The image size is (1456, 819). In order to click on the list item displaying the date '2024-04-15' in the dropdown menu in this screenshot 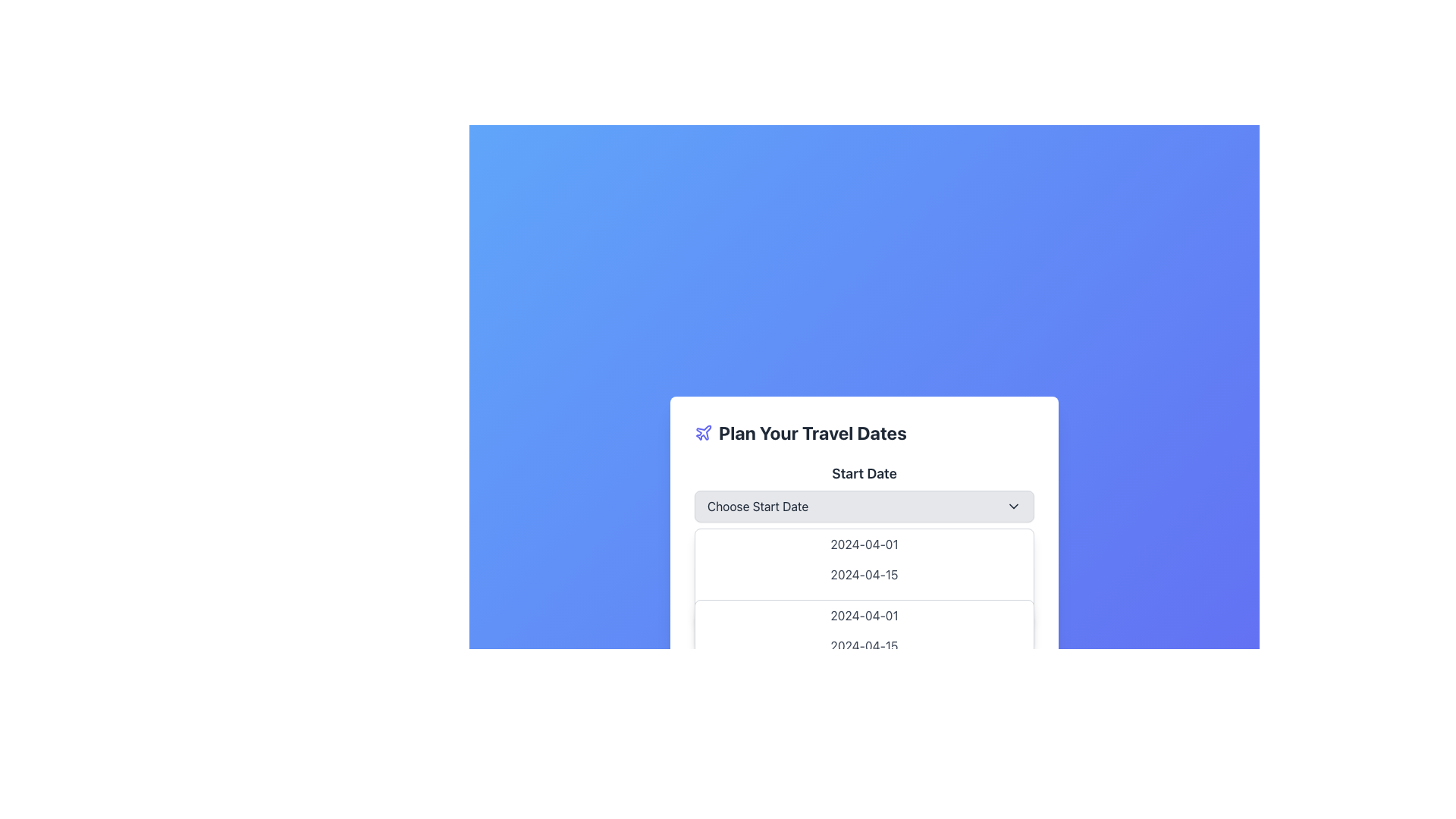, I will do `click(864, 646)`.